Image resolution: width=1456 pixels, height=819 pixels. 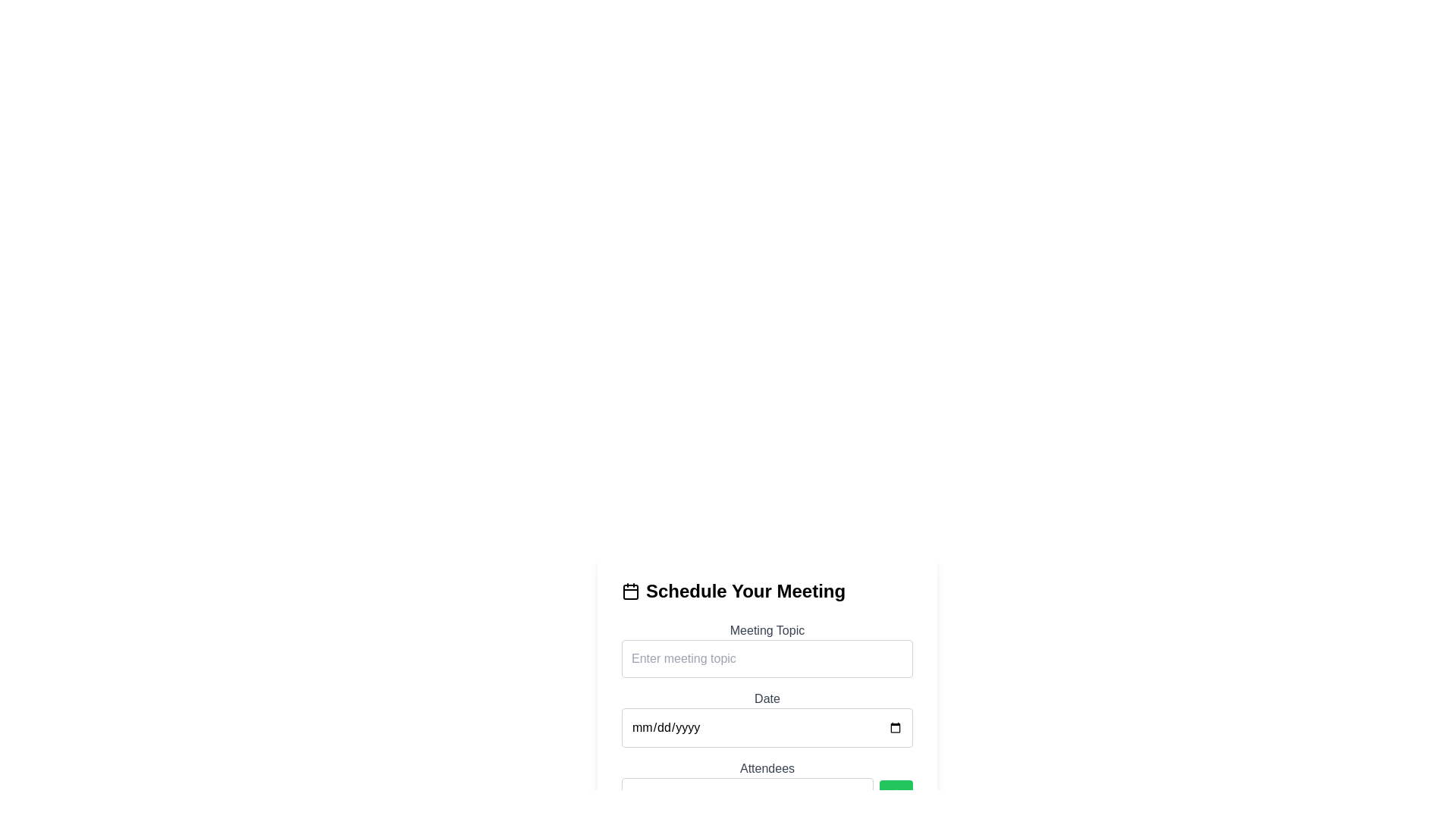 What do you see at coordinates (767, 786) in the screenshot?
I see `the input field for email labeled 'Attendees', which is styled with rounded borders and has a green button to the right` at bounding box center [767, 786].